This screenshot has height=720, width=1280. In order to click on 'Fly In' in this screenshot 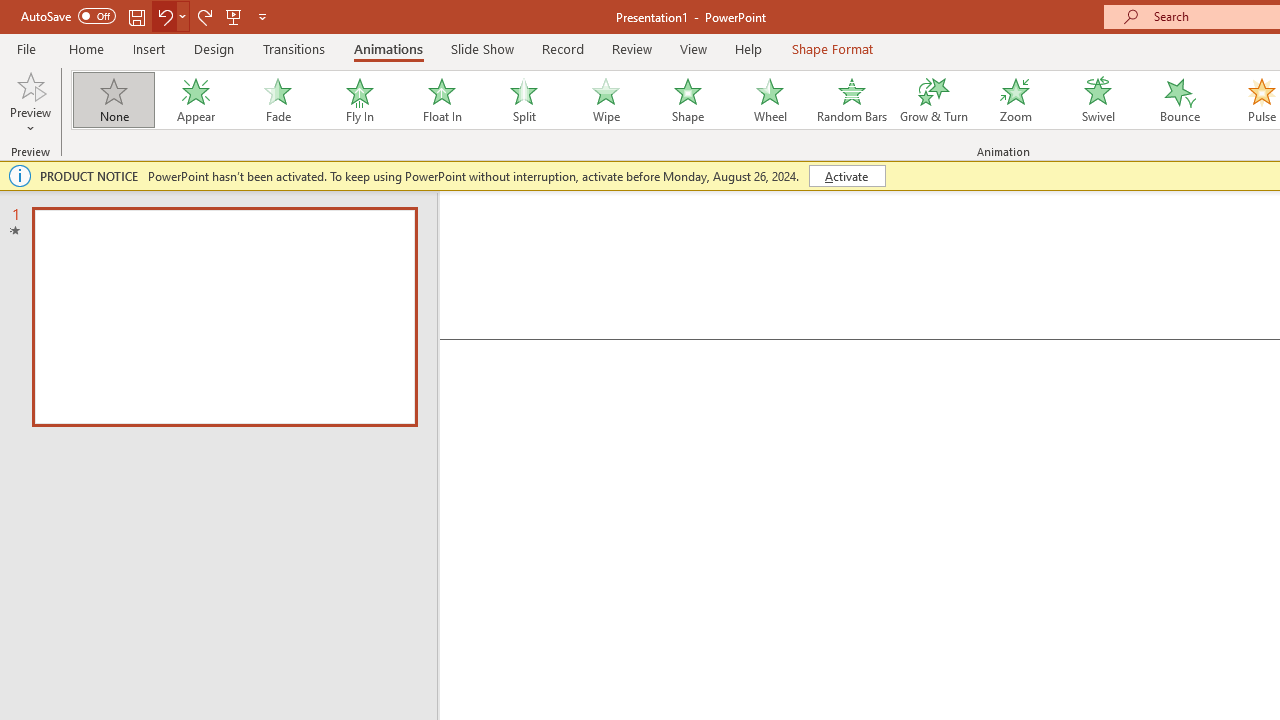, I will do `click(359, 100)`.